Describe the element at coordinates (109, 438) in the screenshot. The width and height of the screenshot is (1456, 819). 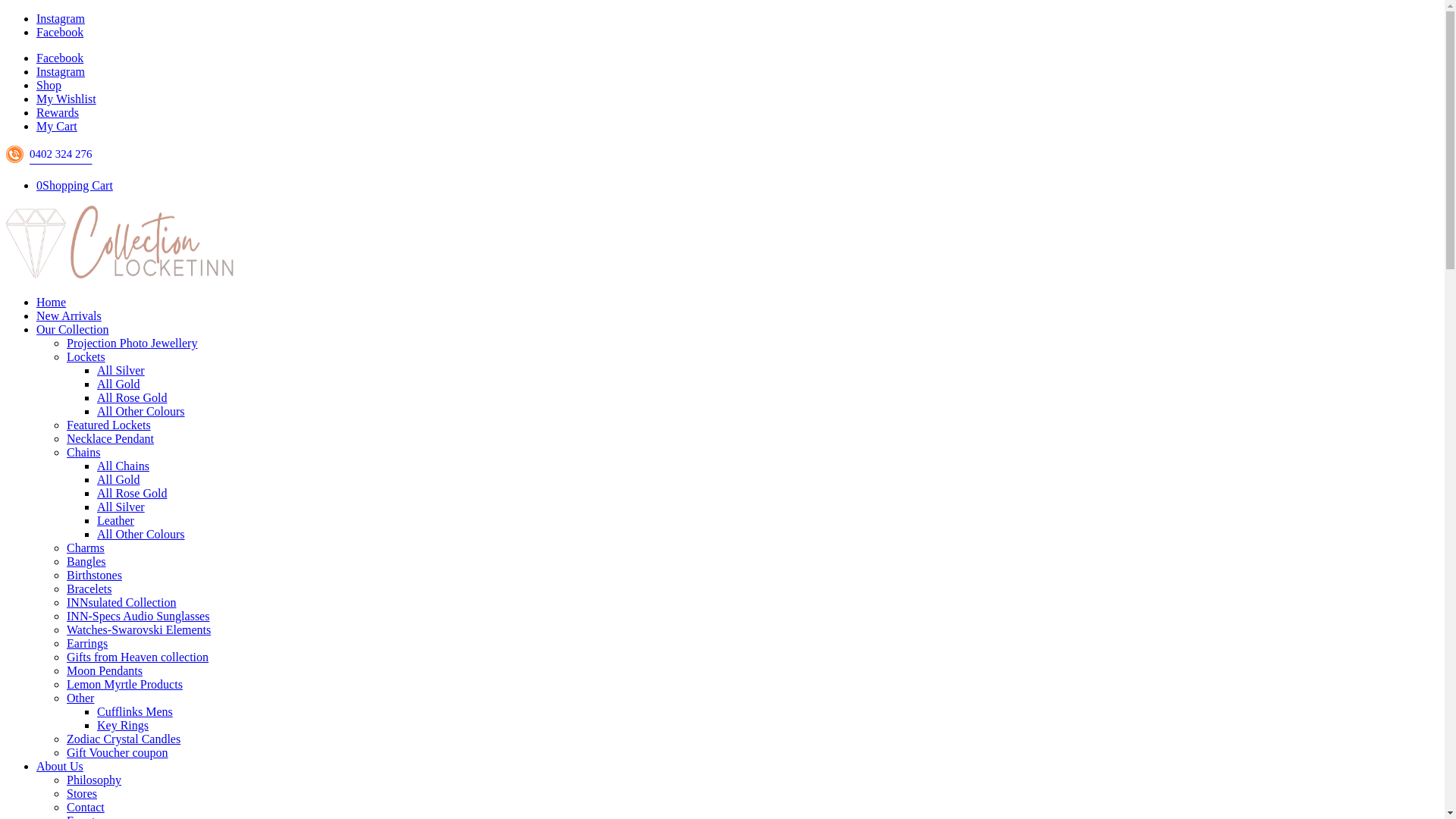
I see `'Necklace Pendant'` at that location.